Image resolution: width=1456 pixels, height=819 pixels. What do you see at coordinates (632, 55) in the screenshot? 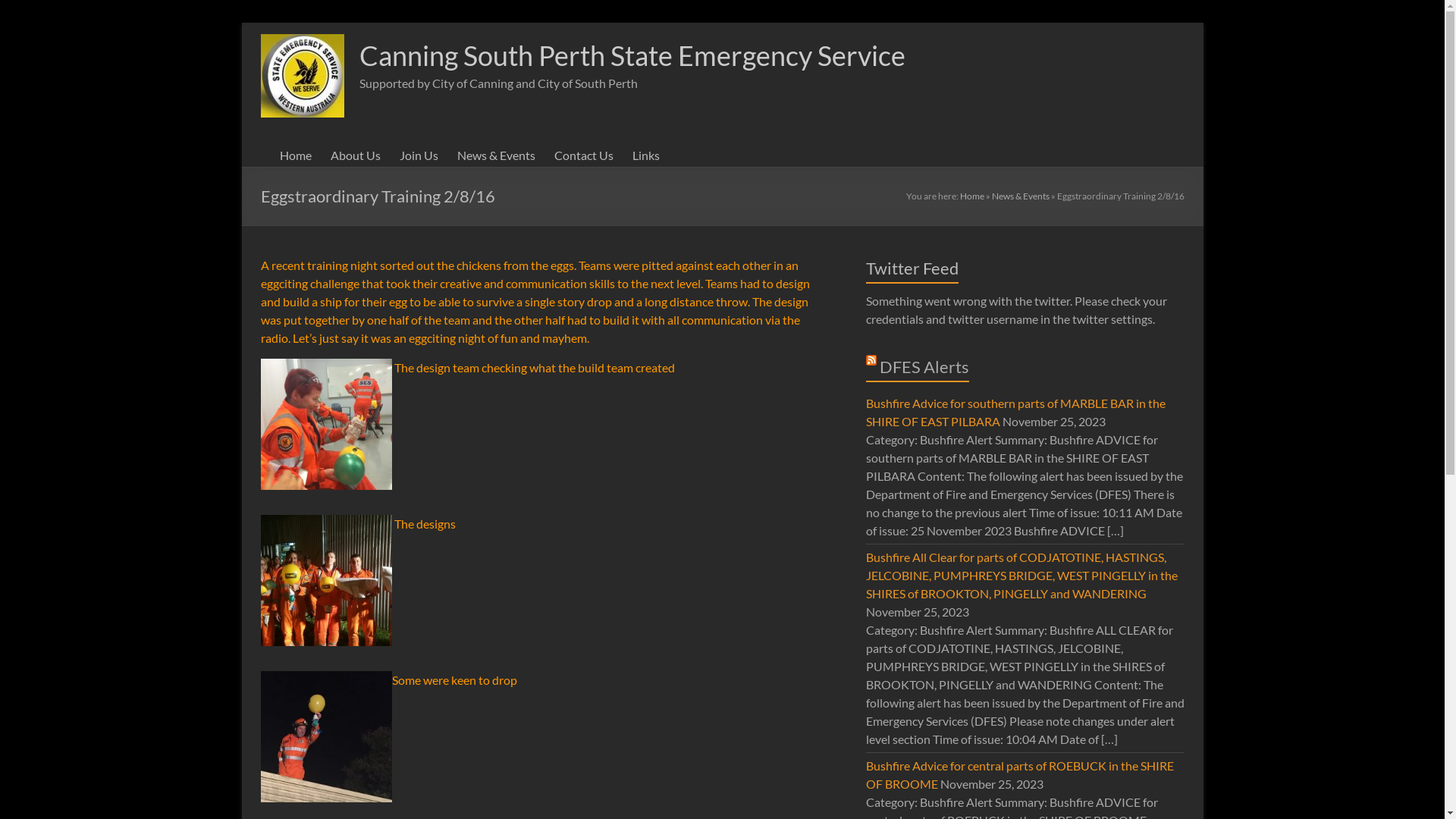
I see `'Canning South Perth State Emergency Service'` at bounding box center [632, 55].